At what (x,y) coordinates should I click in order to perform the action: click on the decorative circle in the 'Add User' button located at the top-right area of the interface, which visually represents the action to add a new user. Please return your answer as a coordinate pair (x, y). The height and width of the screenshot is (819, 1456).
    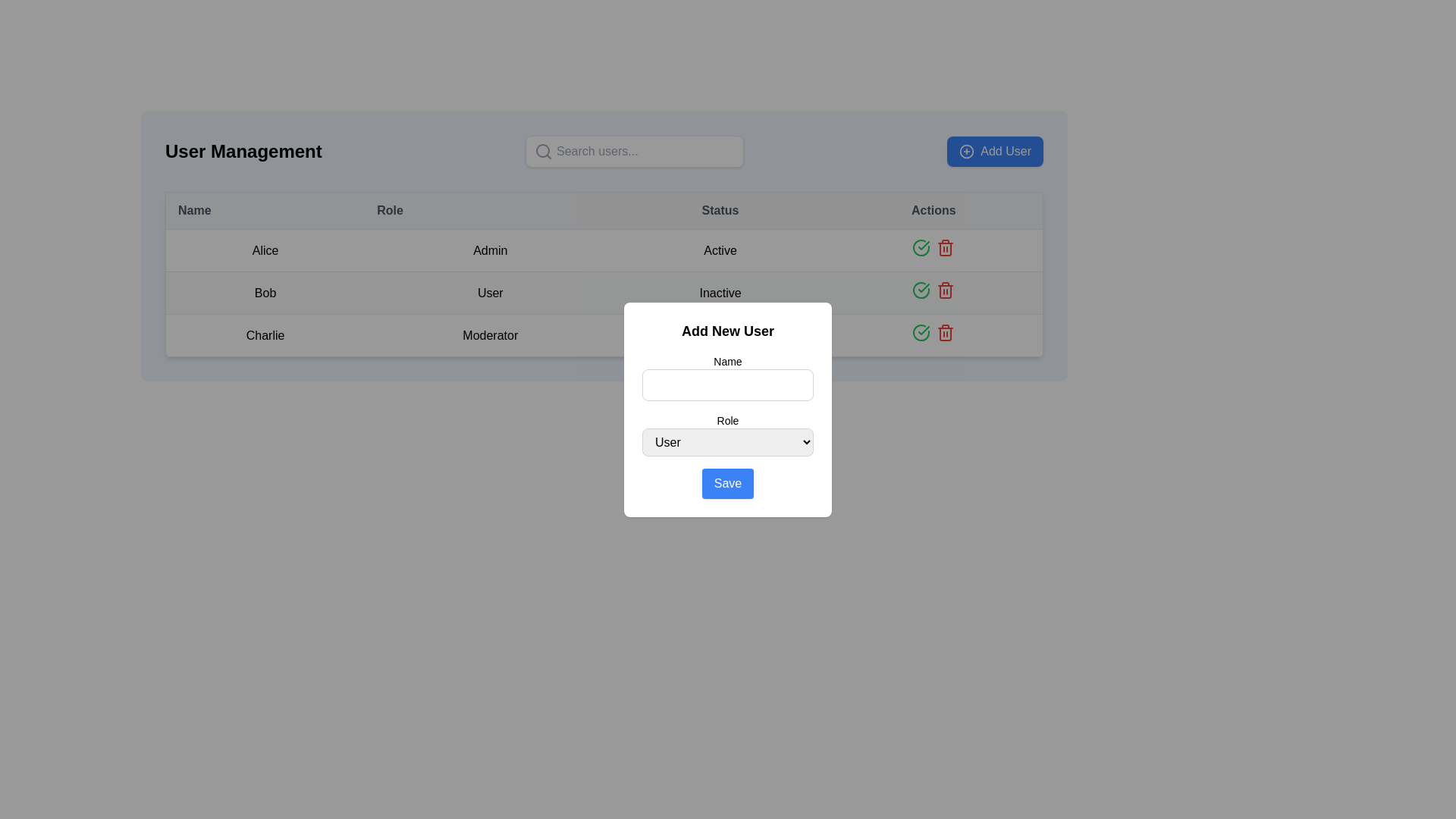
    Looking at the image, I should click on (966, 152).